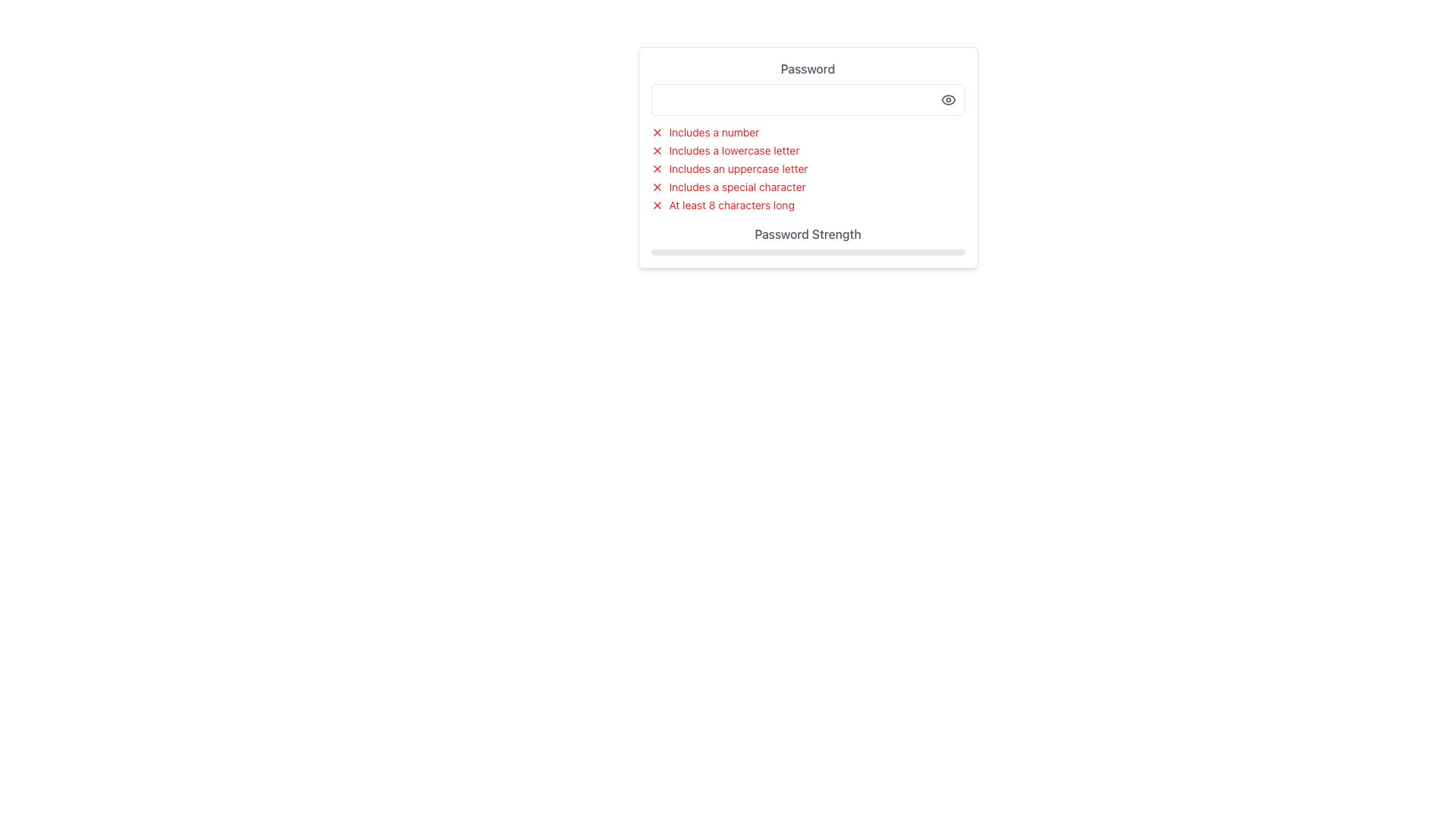 Image resolution: width=1456 pixels, height=819 pixels. What do you see at coordinates (657, 186) in the screenshot?
I see `the 'X' icon indicating failure, which is styled with an outline format and positioned before the text 'Includes a special character'` at bounding box center [657, 186].